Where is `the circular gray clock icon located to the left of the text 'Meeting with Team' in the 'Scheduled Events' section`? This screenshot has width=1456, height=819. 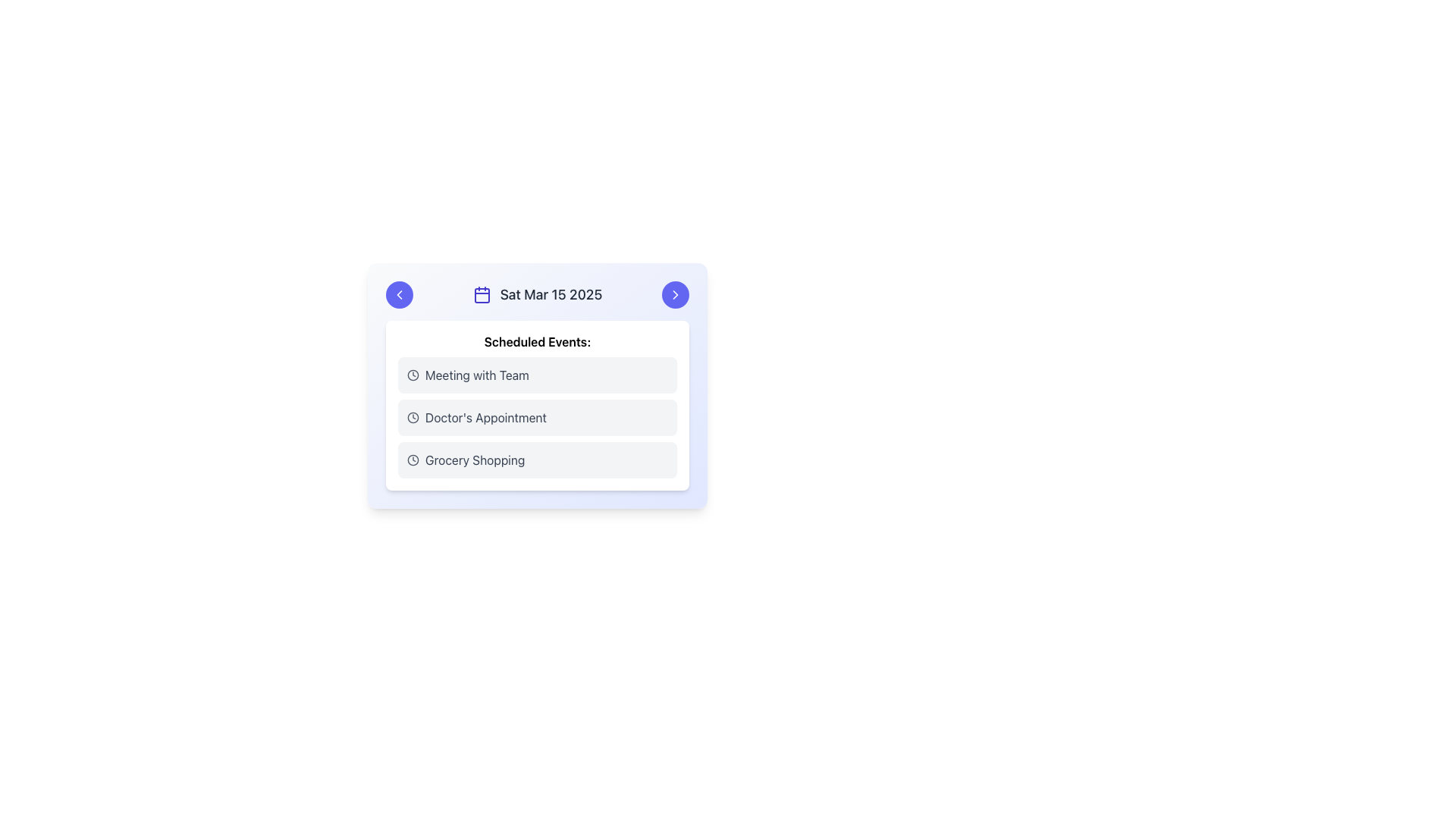
the circular gray clock icon located to the left of the text 'Meeting with Team' in the 'Scheduled Events' section is located at coordinates (413, 375).